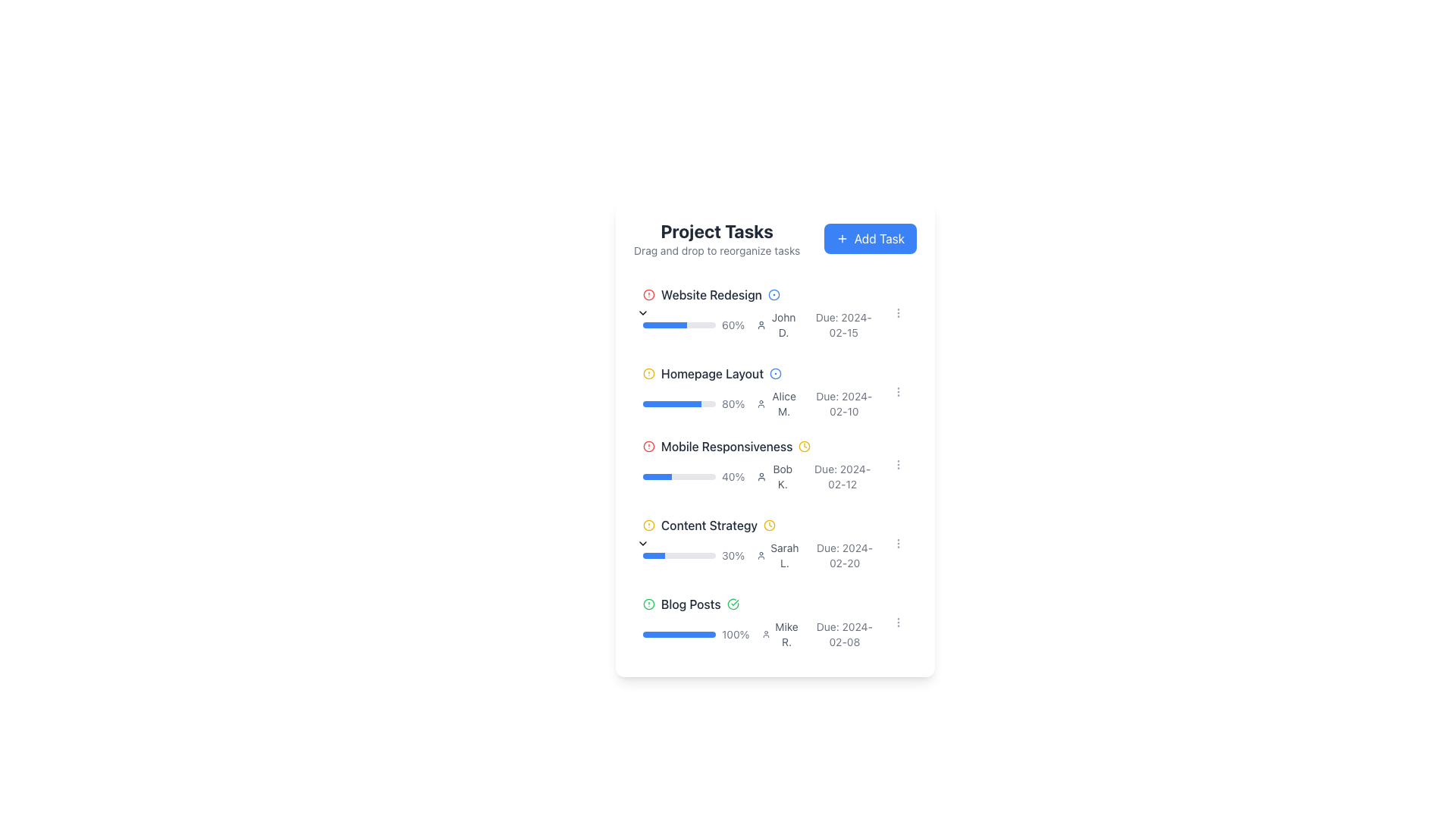 Image resolution: width=1456 pixels, height=819 pixels. What do you see at coordinates (679, 555) in the screenshot?
I see `the horizontal progress bar with a light gray background and blue-filled portion, located in the 'Content Strategy' row, positioned near the center of the row group` at bounding box center [679, 555].